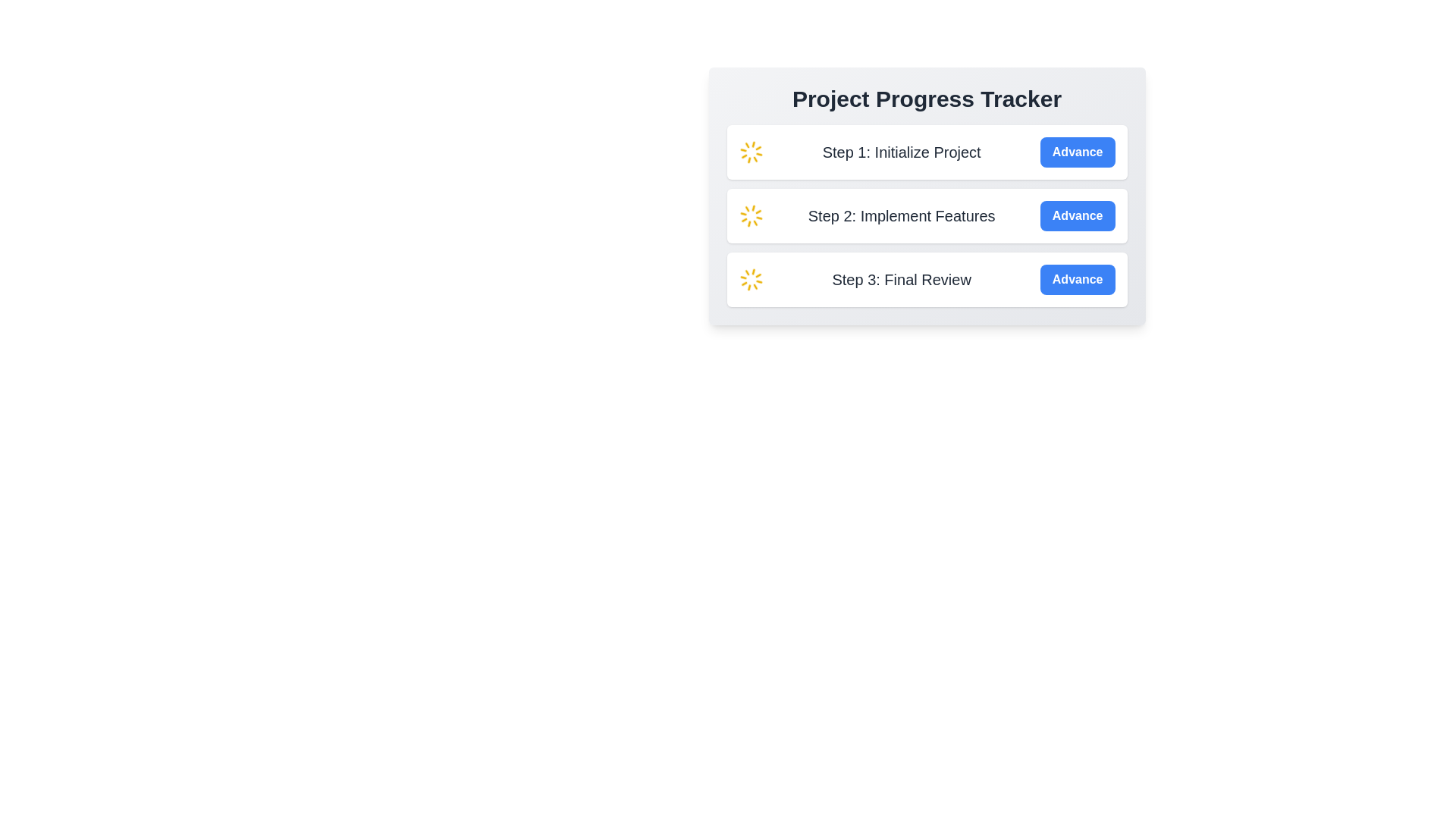 The width and height of the screenshot is (1456, 819). What do you see at coordinates (902, 152) in the screenshot?
I see `the Text Label that describes the first step in the 'Project Progress Tracker', located between the yellow spinning icon and the blue 'Advance' button` at bounding box center [902, 152].